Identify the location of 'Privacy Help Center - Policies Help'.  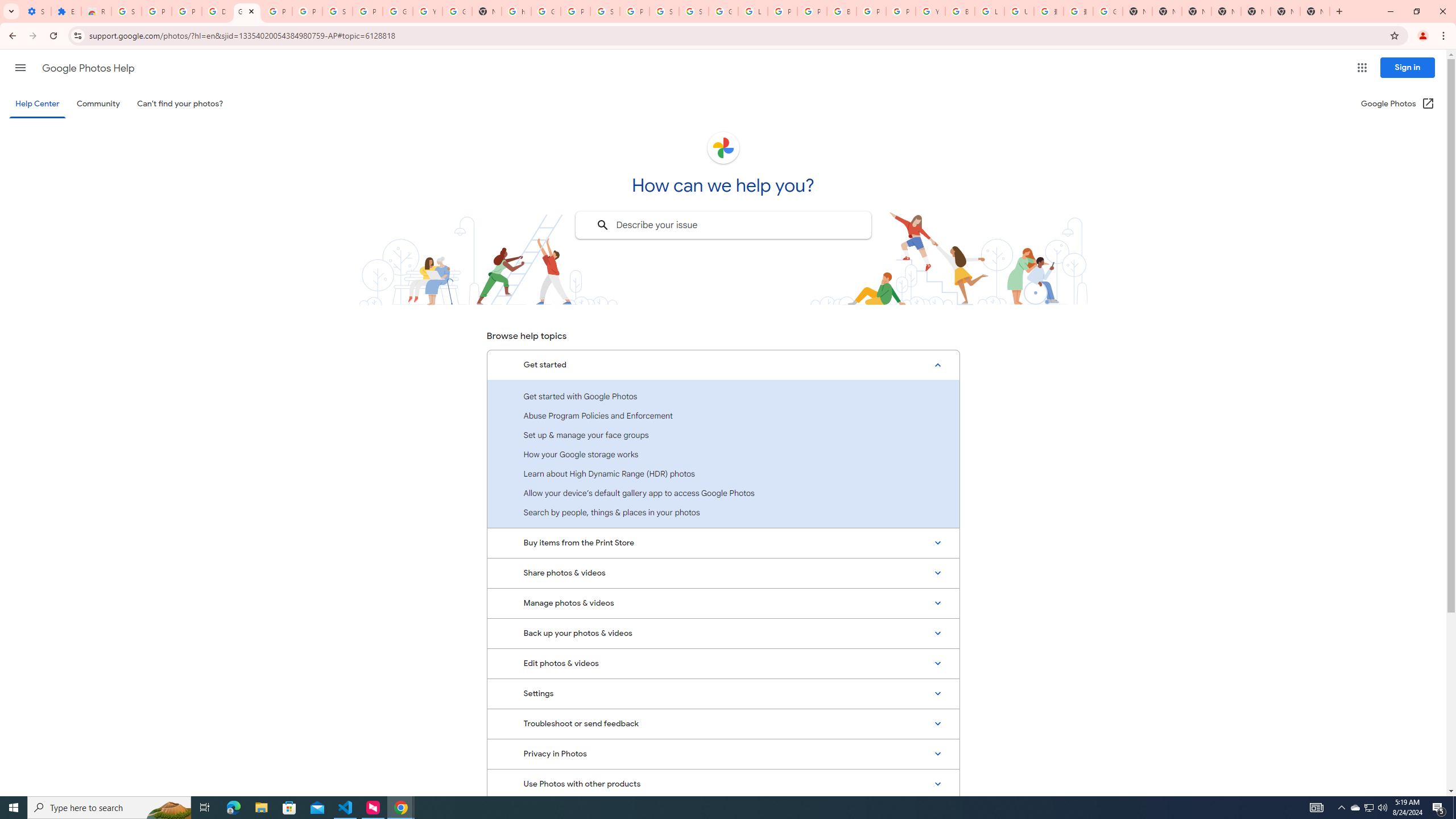
(811, 11).